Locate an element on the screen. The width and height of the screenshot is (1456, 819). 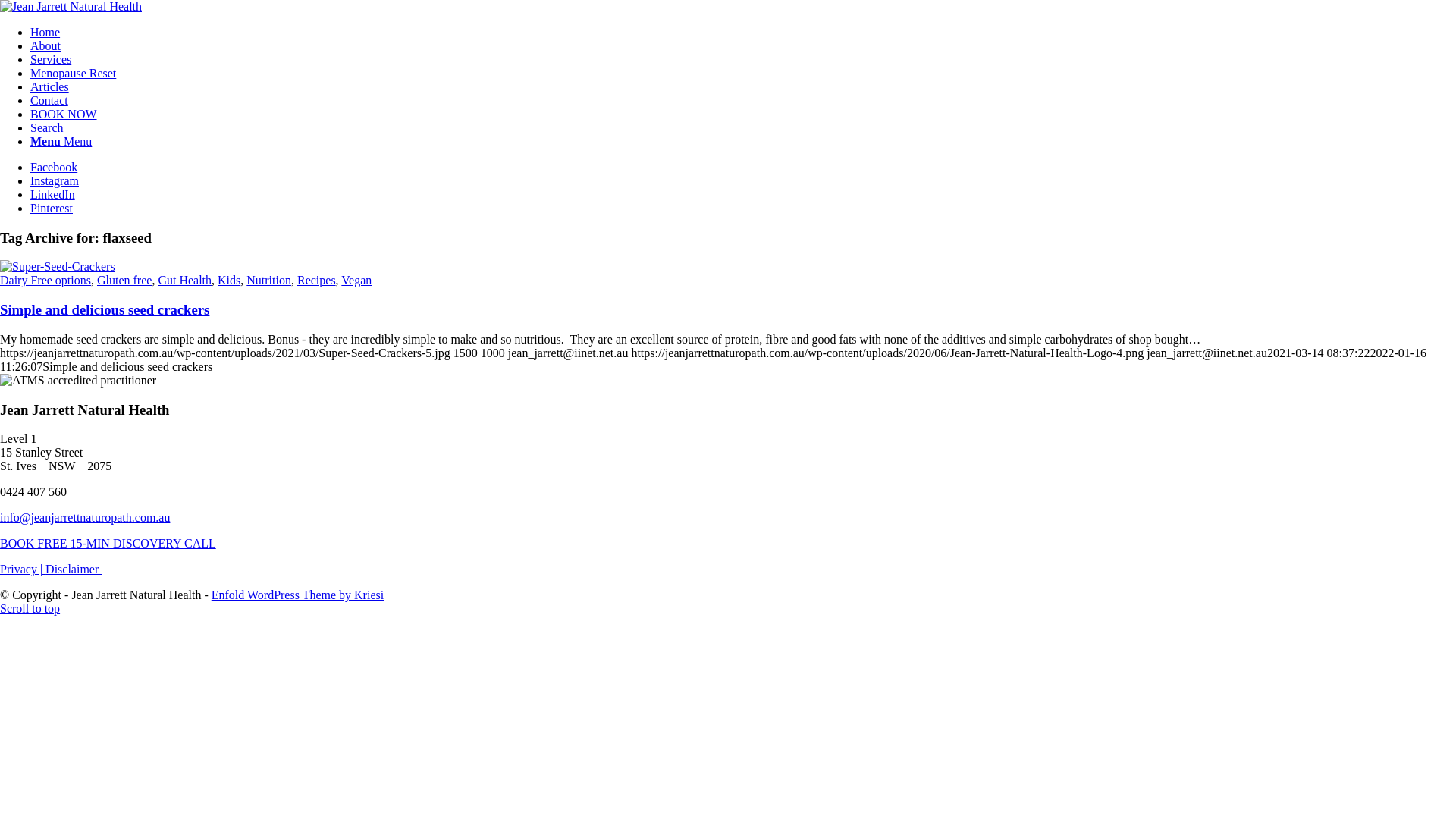
'info@jeanjarrettnaturopath.com.au' is located at coordinates (83, 516).